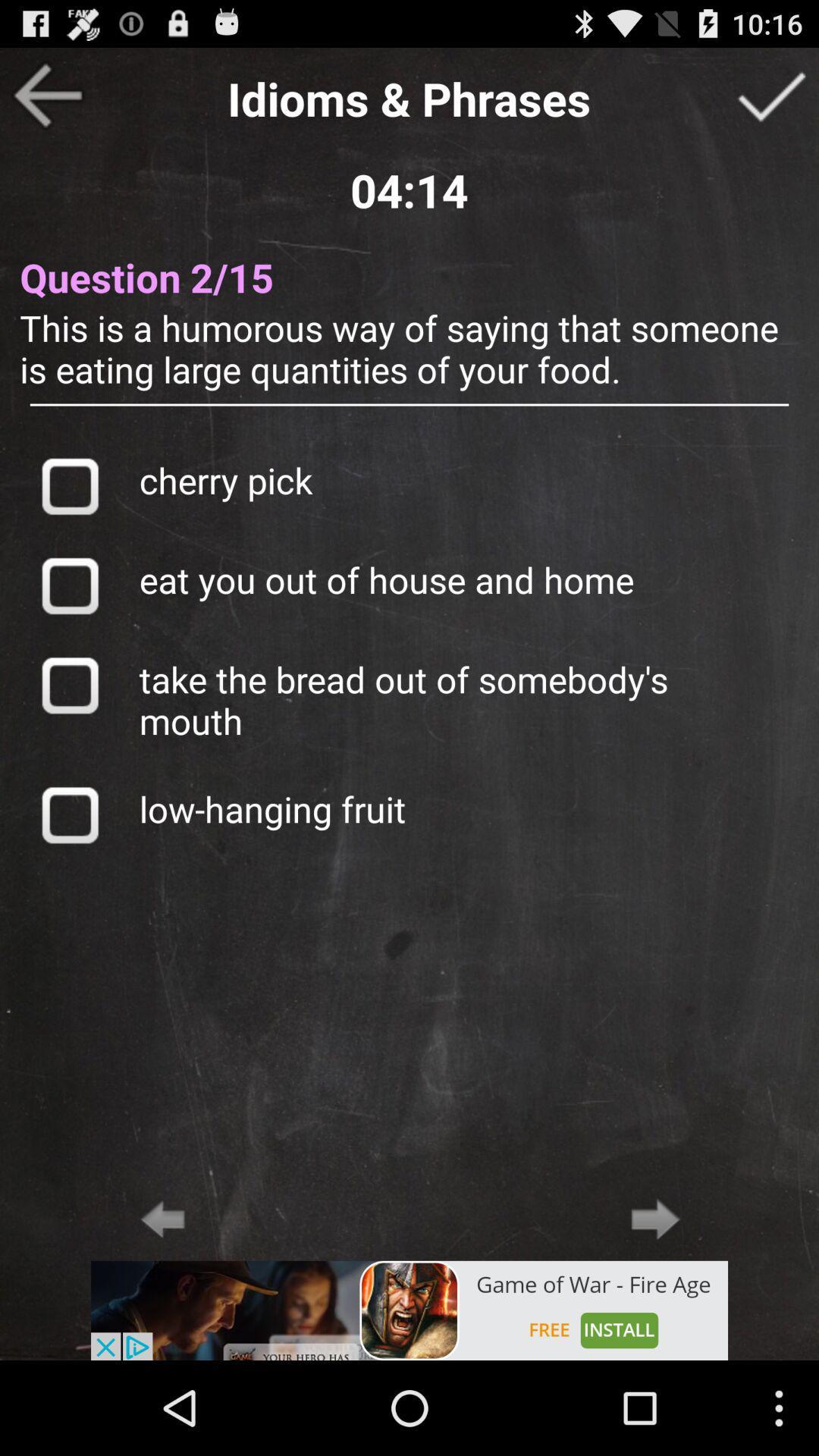 This screenshot has height=1456, width=819. I want to click on check third option, so click(69, 684).